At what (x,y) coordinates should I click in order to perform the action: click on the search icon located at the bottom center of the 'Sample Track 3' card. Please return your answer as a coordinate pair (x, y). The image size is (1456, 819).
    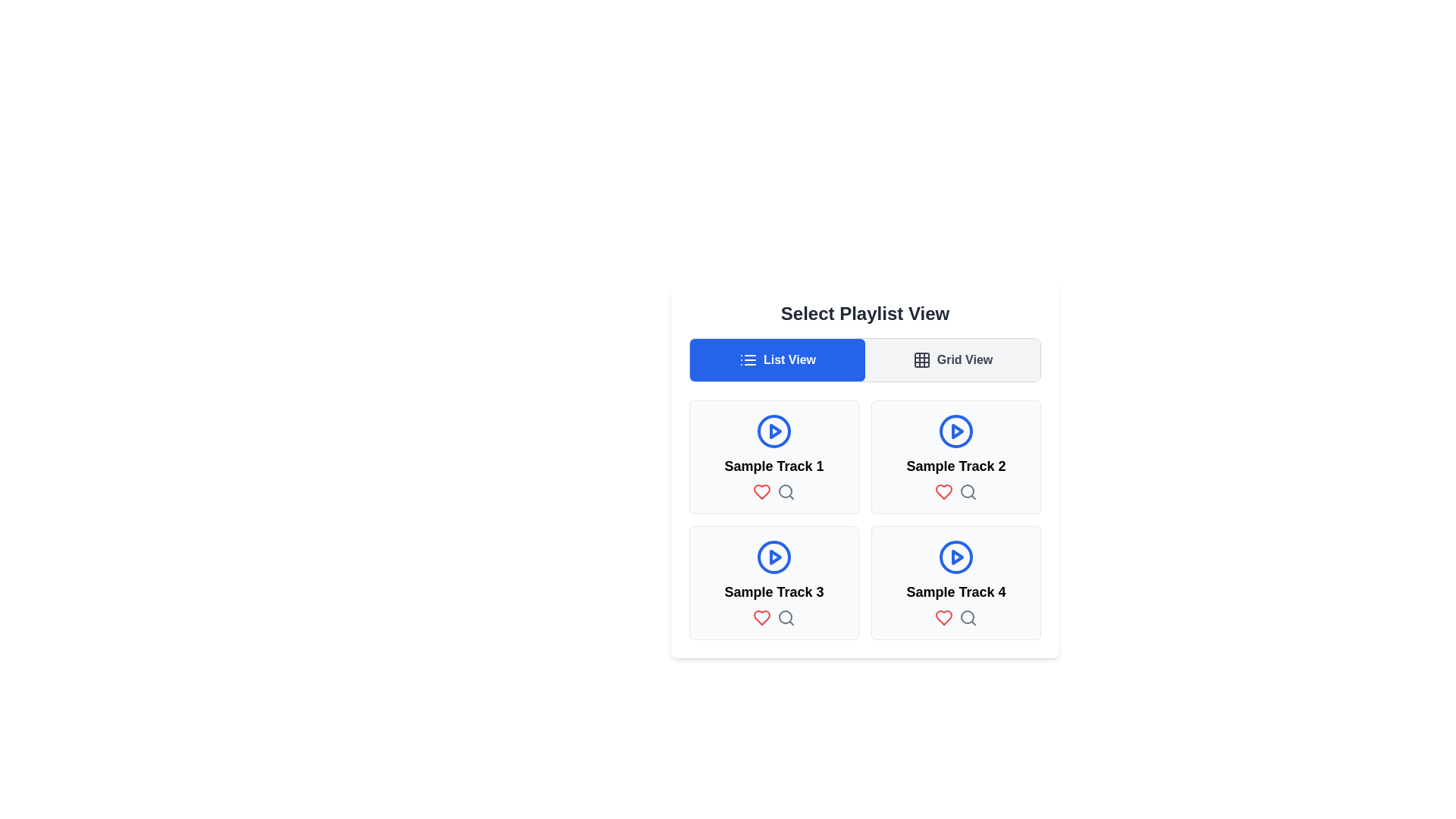
    Looking at the image, I should click on (786, 617).